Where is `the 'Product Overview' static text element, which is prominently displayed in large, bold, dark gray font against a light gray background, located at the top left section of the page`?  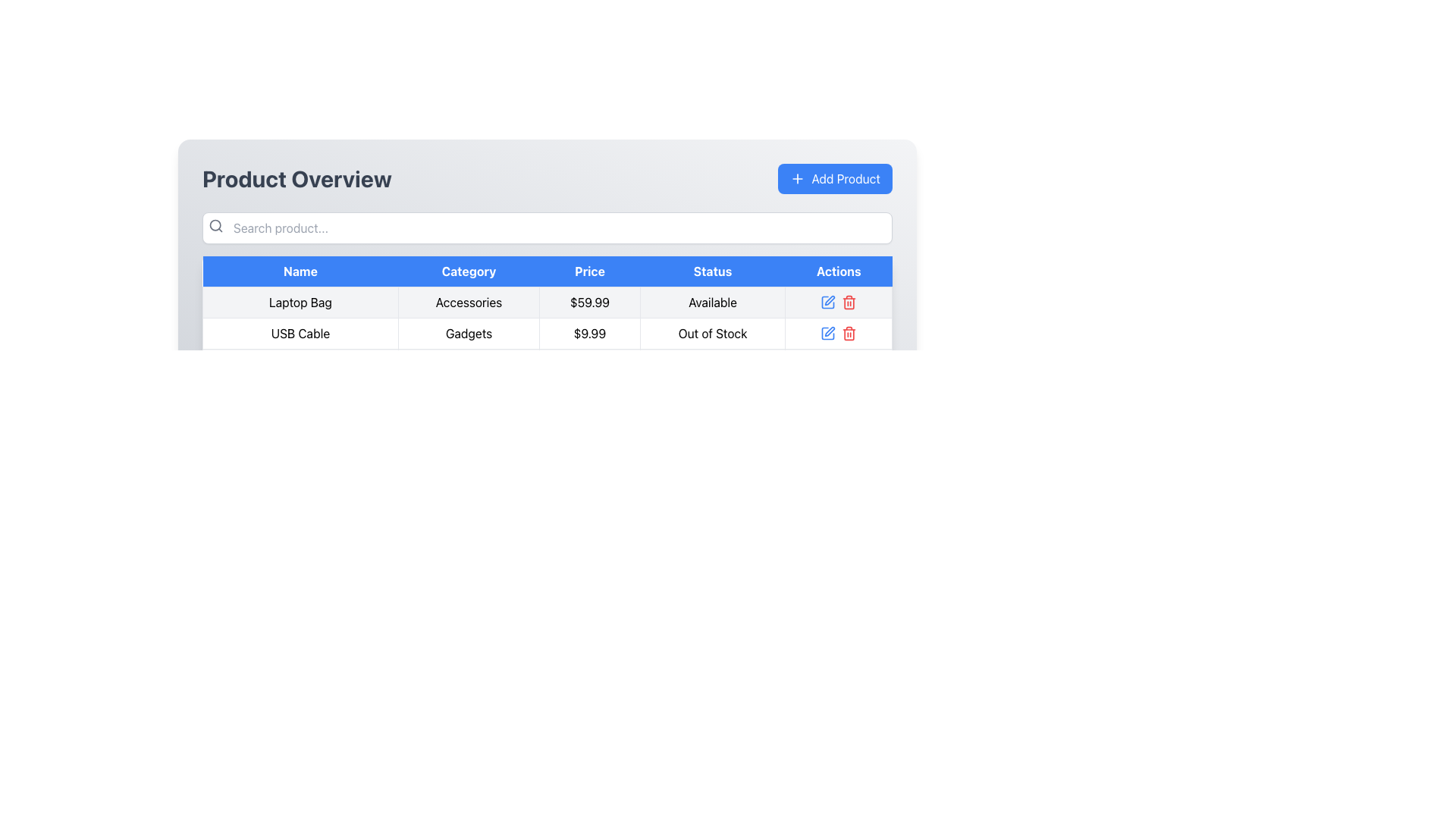 the 'Product Overview' static text element, which is prominently displayed in large, bold, dark gray font against a light gray background, located at the top left section of the page is located at coordinates (297, 177).